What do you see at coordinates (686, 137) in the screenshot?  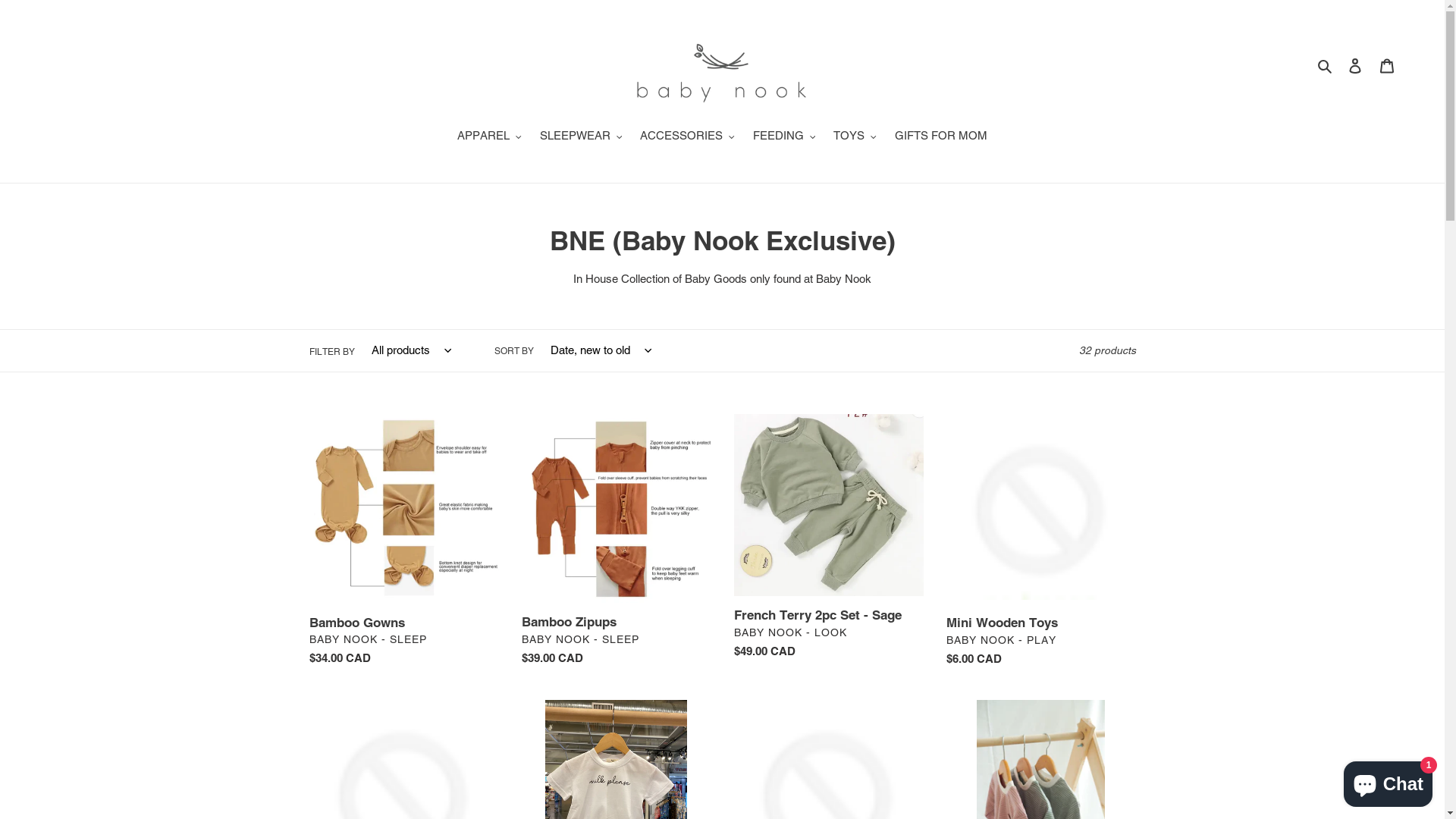 I see `'ACCESSORIES'` at bounding box center [686, 137].